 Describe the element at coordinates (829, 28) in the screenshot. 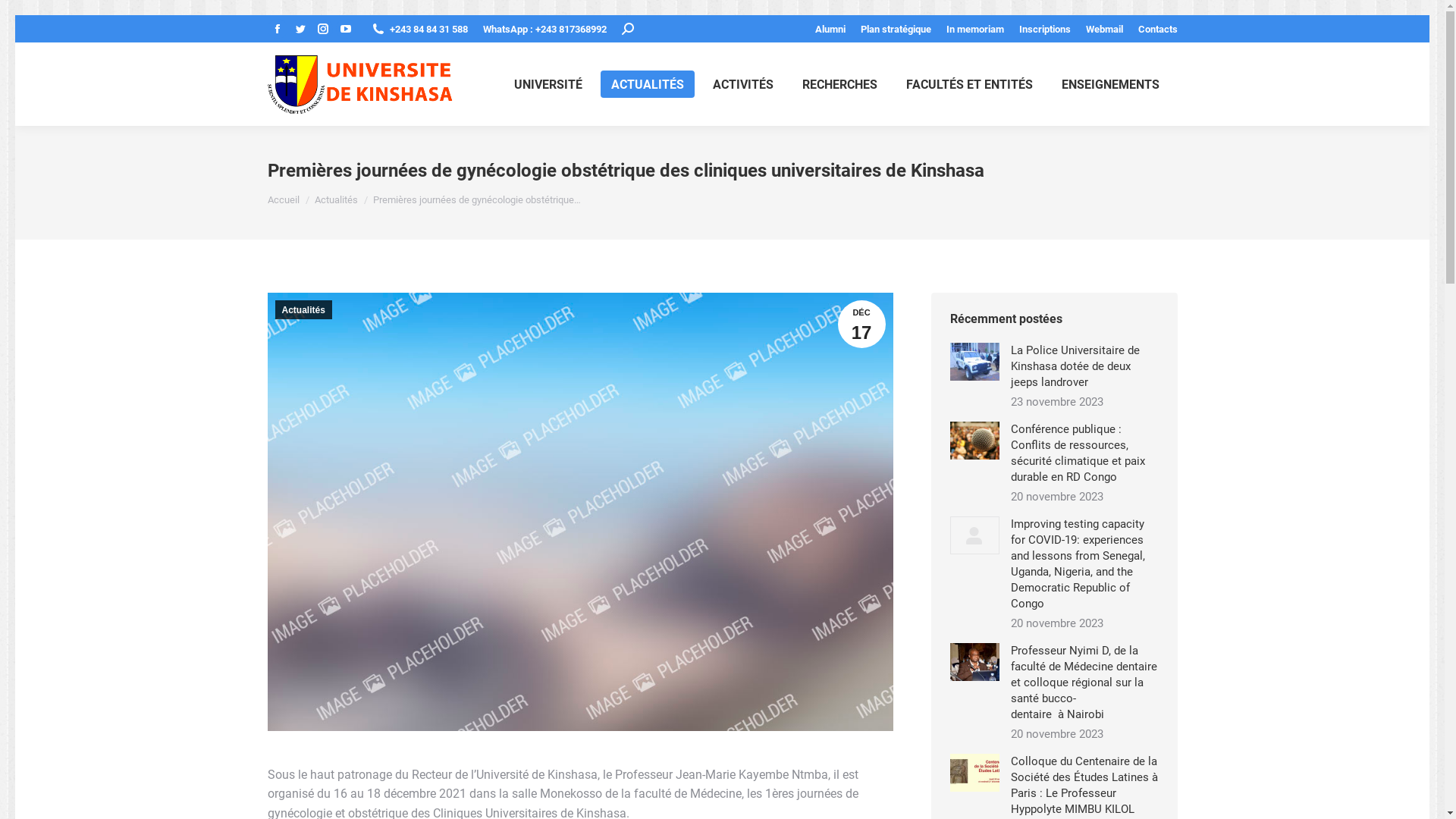

I see `'Alumni'` at that location.